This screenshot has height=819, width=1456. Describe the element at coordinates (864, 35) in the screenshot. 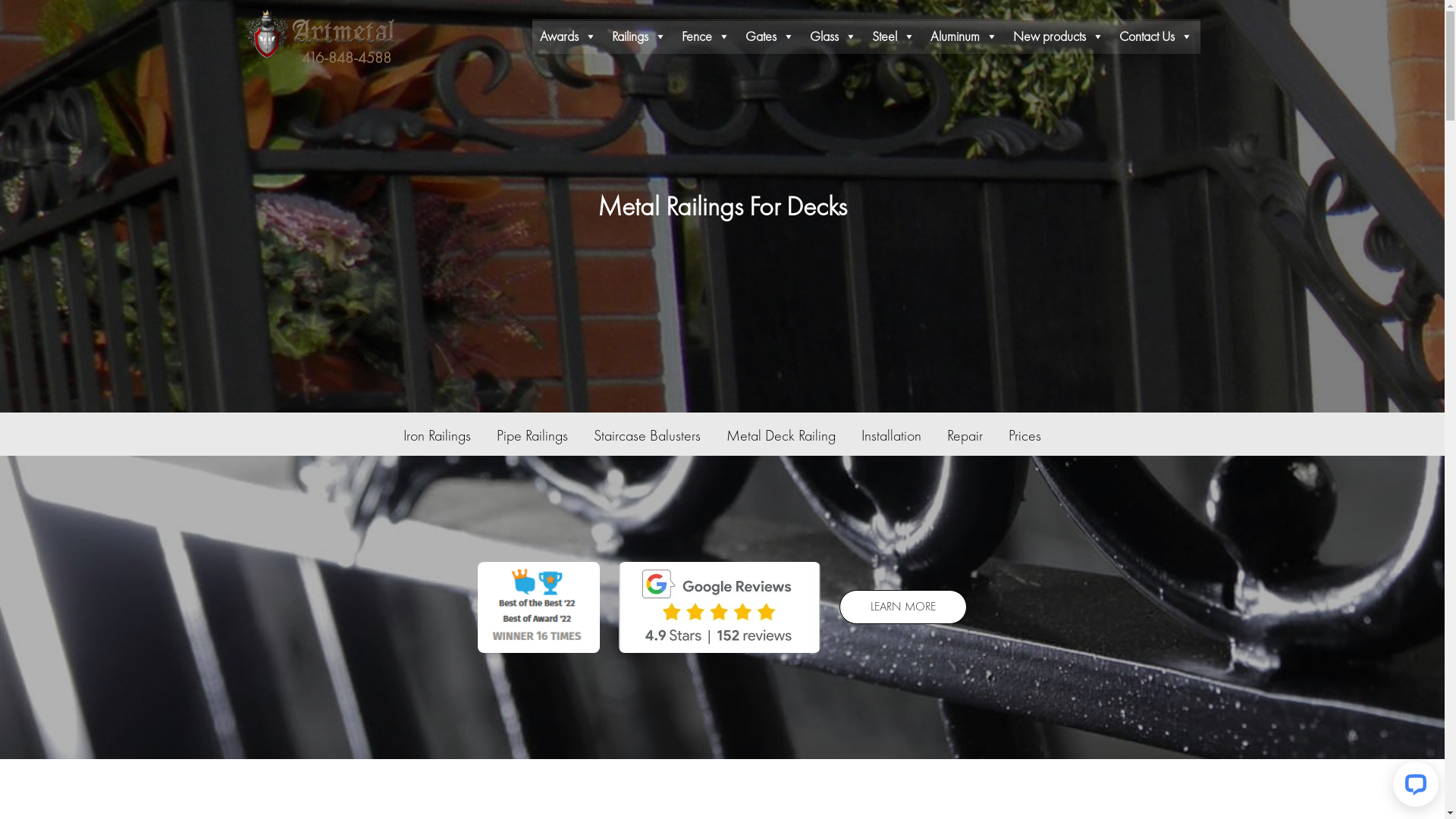

I see `'Steel'` at that location.